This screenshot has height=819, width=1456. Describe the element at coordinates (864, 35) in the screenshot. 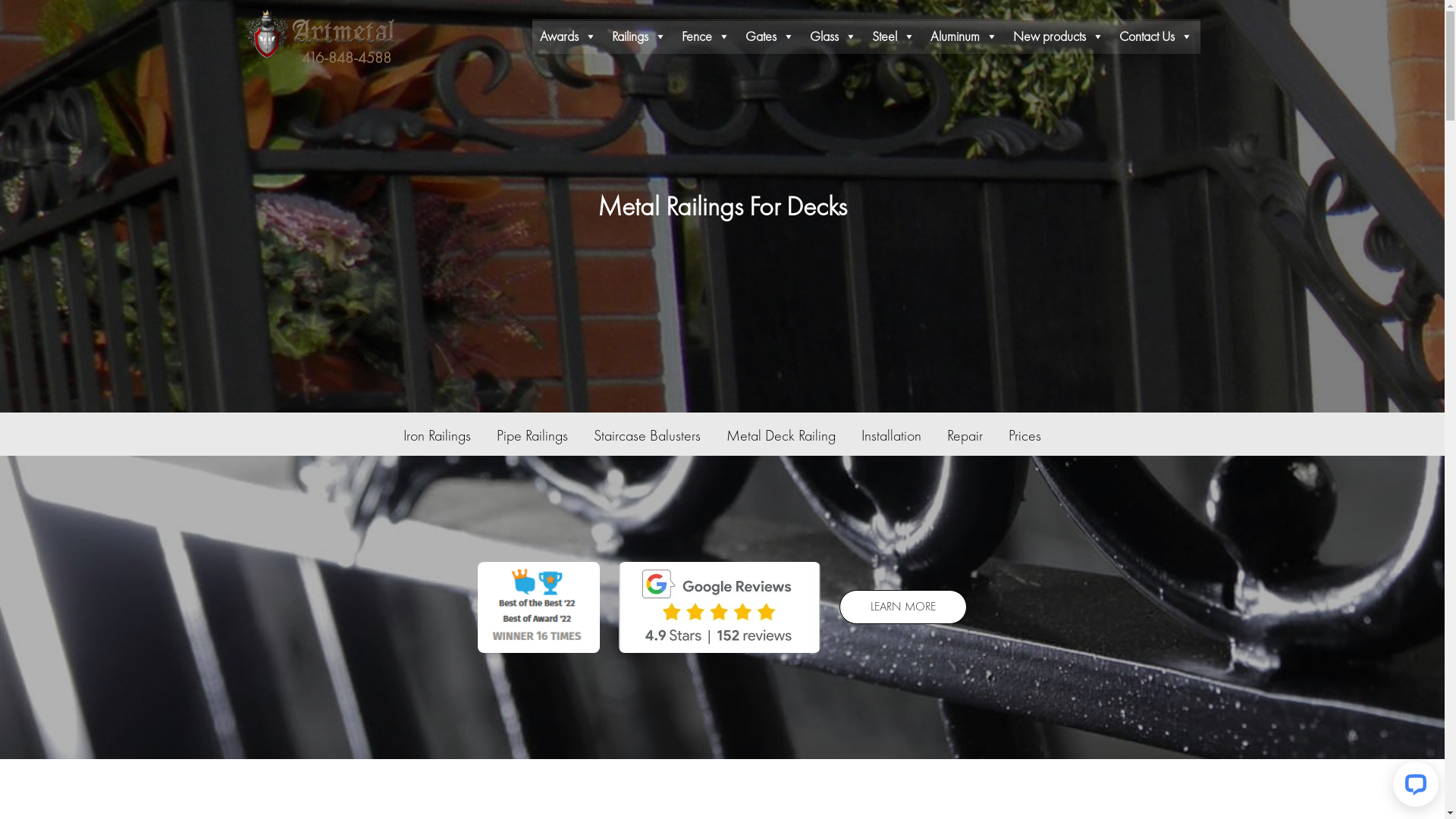

I see `'Steel'` at that location.